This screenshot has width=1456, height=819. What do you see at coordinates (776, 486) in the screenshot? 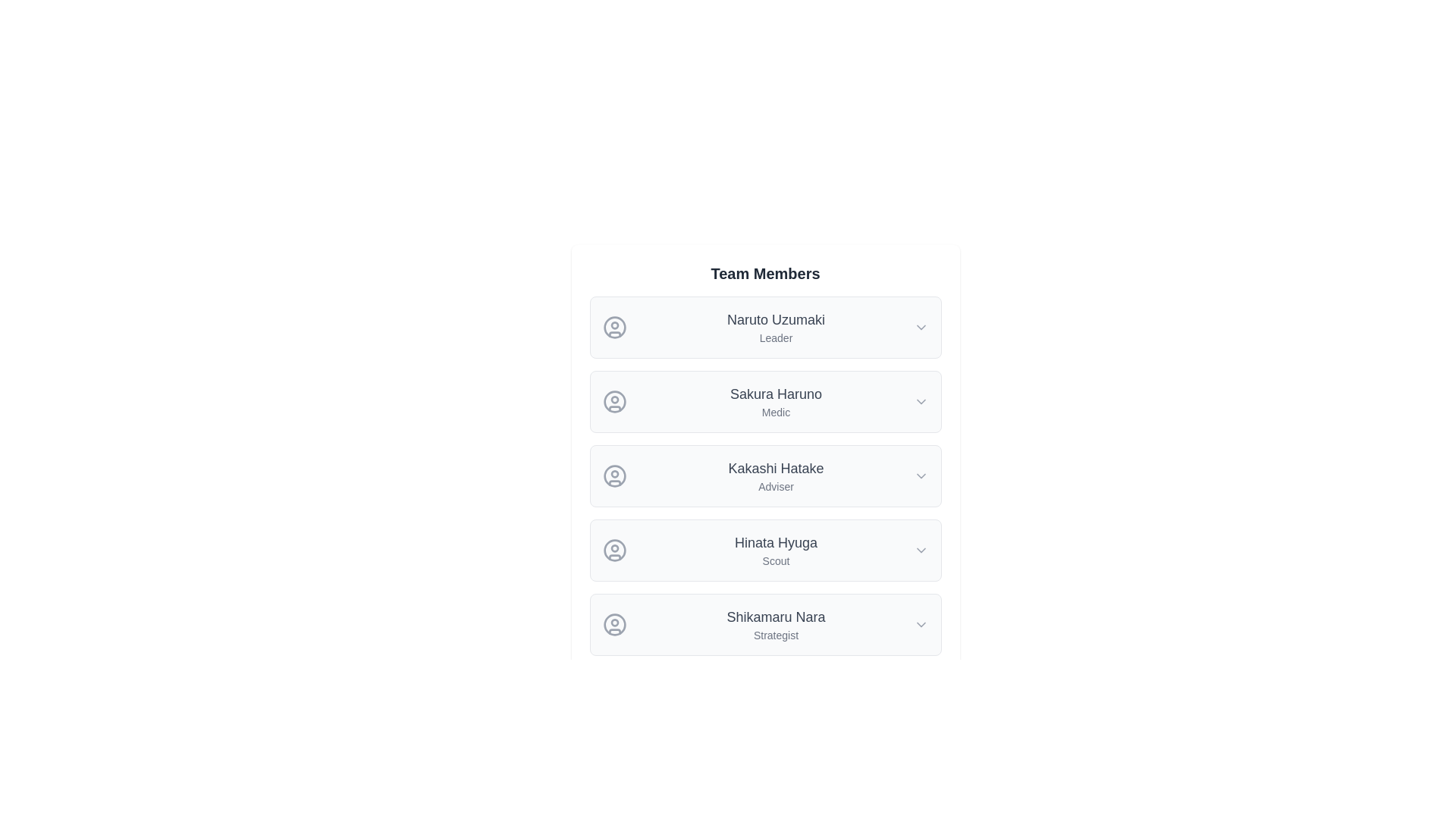
I see `the static text label reading 'Adviser', which is styled in a smaller font size and gray color, positioned immediately below 'Kakashi Hatake'` at bounding box center [776, 486].